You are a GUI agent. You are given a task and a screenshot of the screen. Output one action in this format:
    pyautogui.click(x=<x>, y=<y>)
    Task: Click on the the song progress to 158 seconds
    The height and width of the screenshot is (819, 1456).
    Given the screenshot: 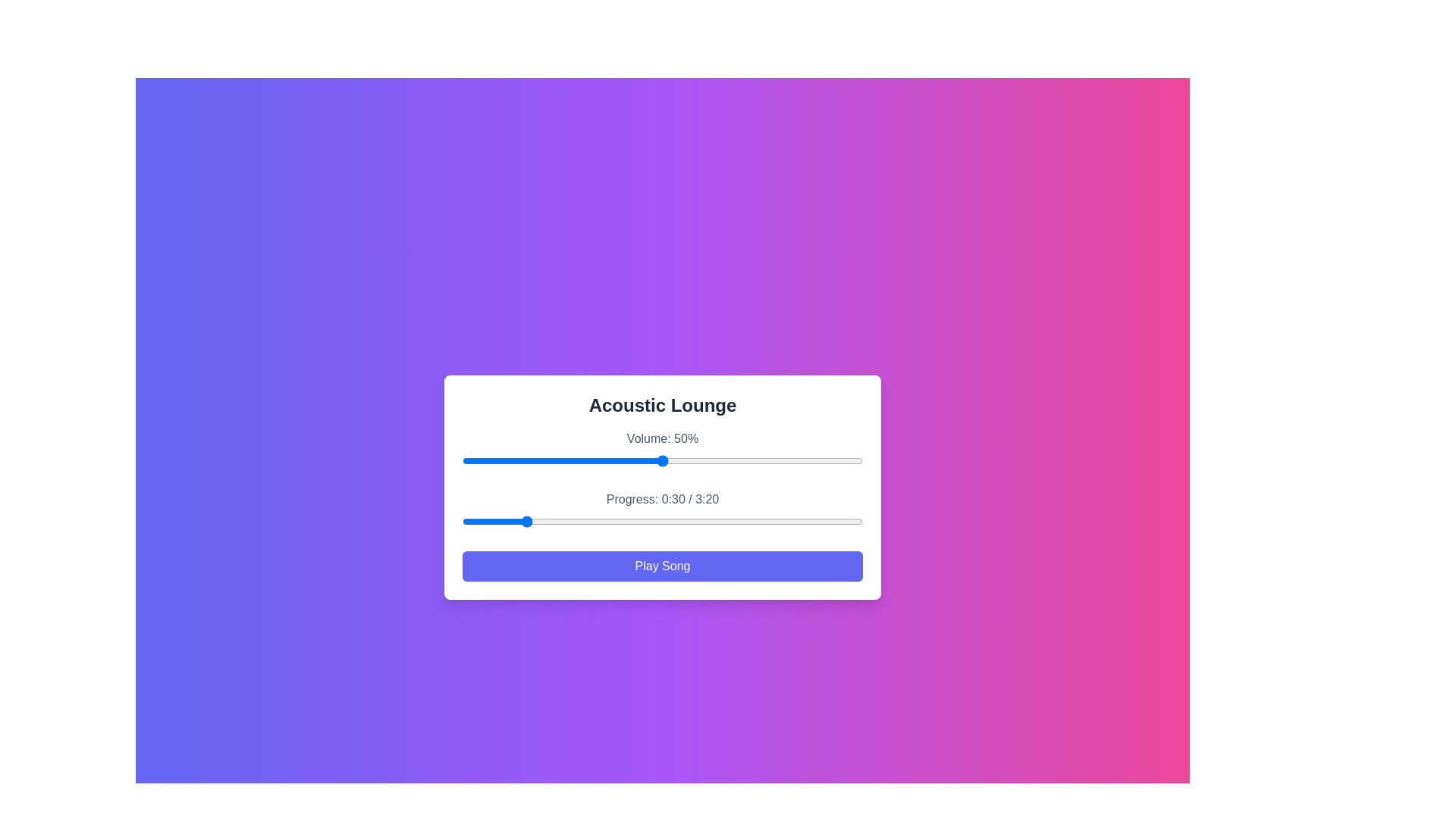 What is the action you would take?
    pyautogui.click(x=779, y=520)
    